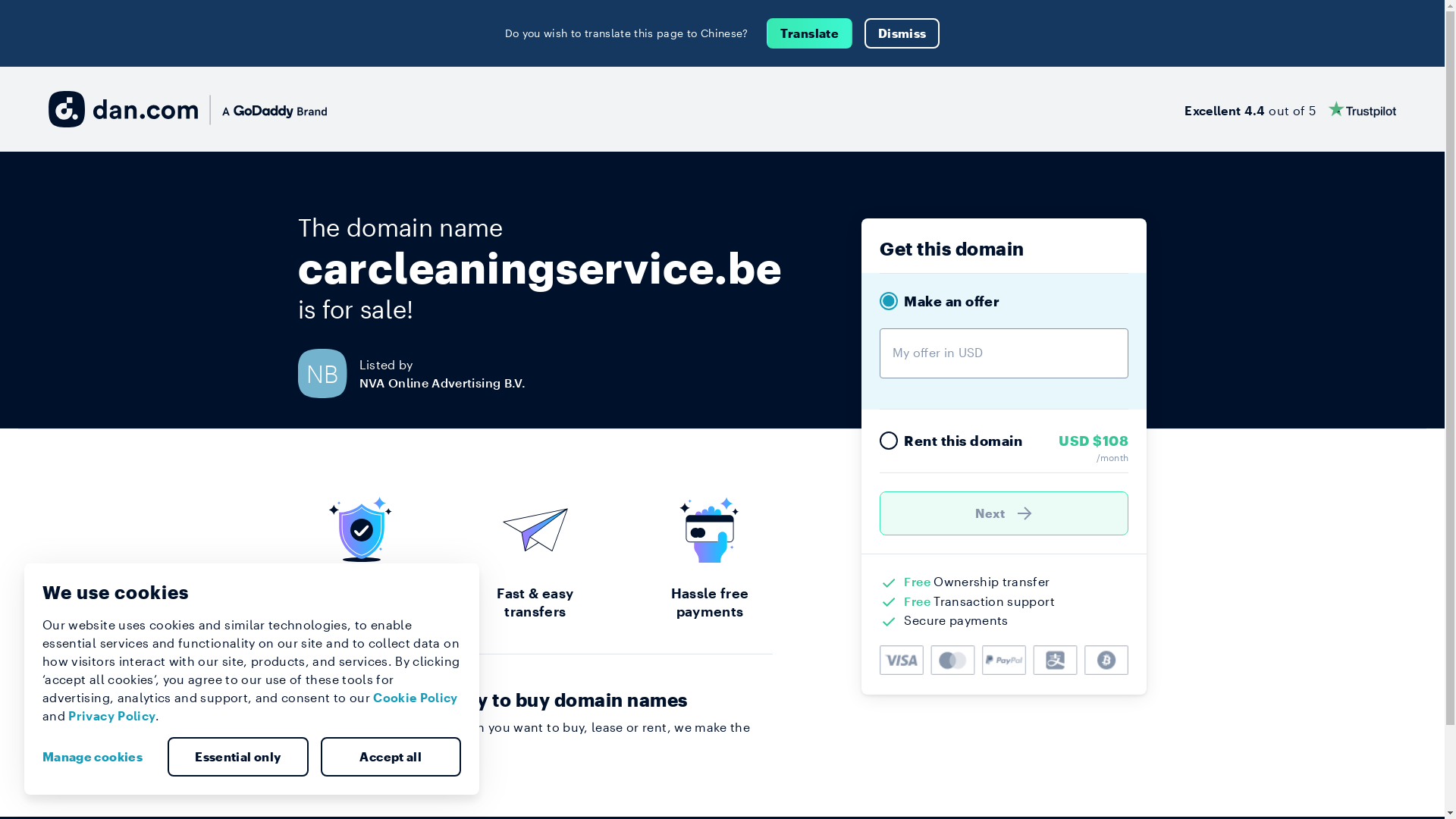  I want to click on 'Translate', so click(767, 33).